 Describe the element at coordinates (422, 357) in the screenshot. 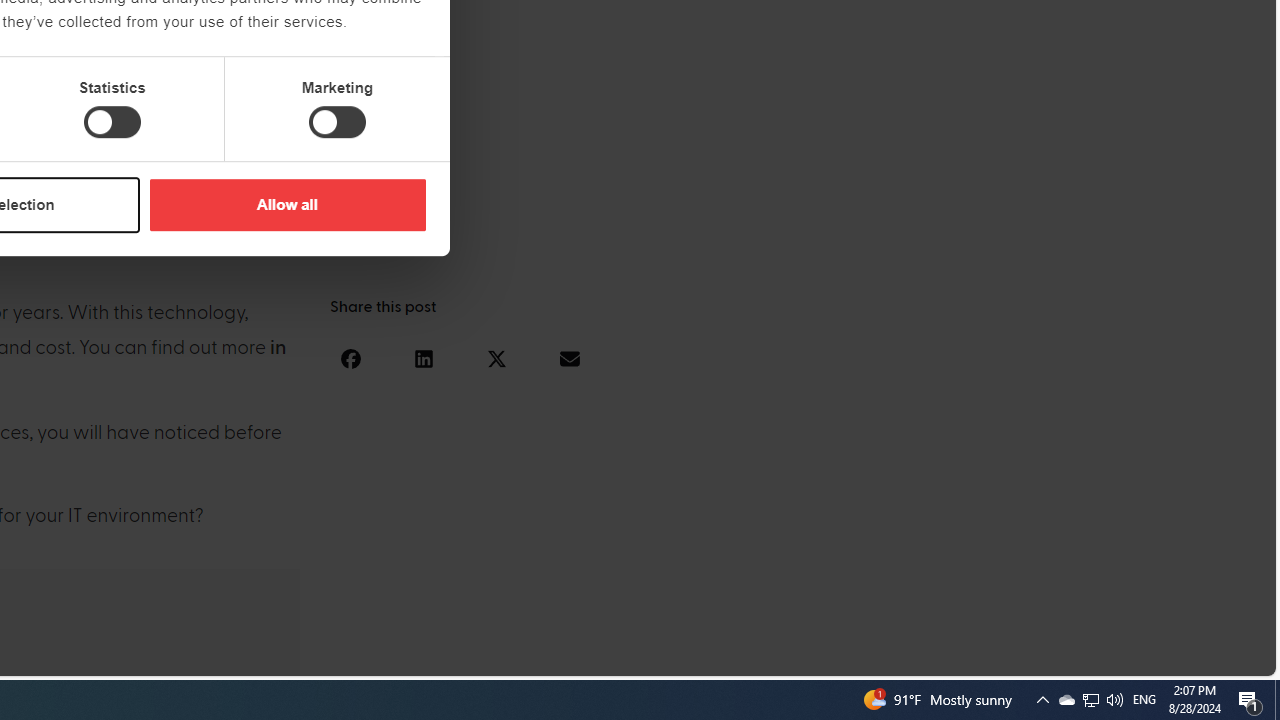

I see `'Share on linkedin'` at that location.